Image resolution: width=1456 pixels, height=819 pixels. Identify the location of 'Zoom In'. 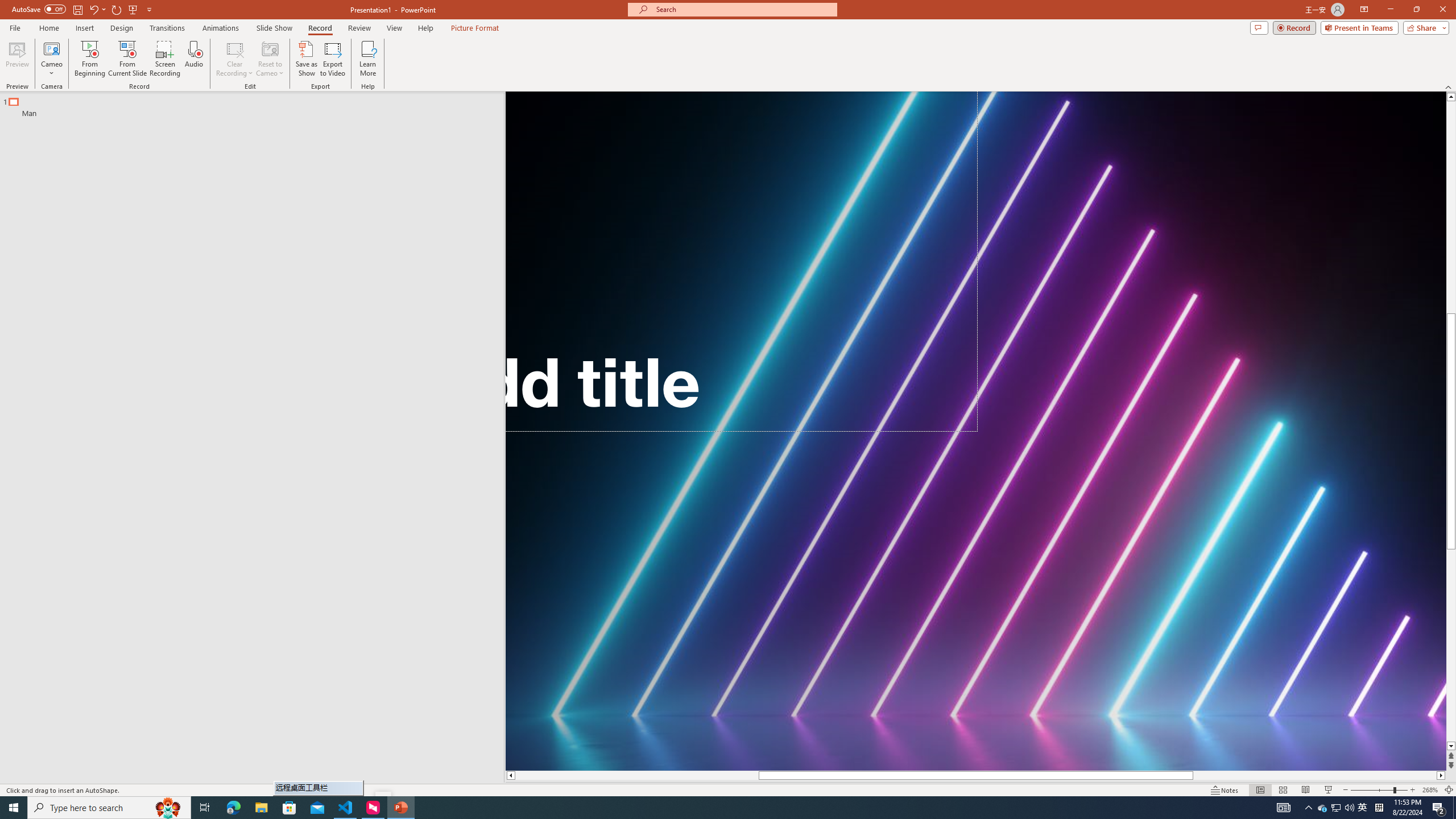
(1412, 790).